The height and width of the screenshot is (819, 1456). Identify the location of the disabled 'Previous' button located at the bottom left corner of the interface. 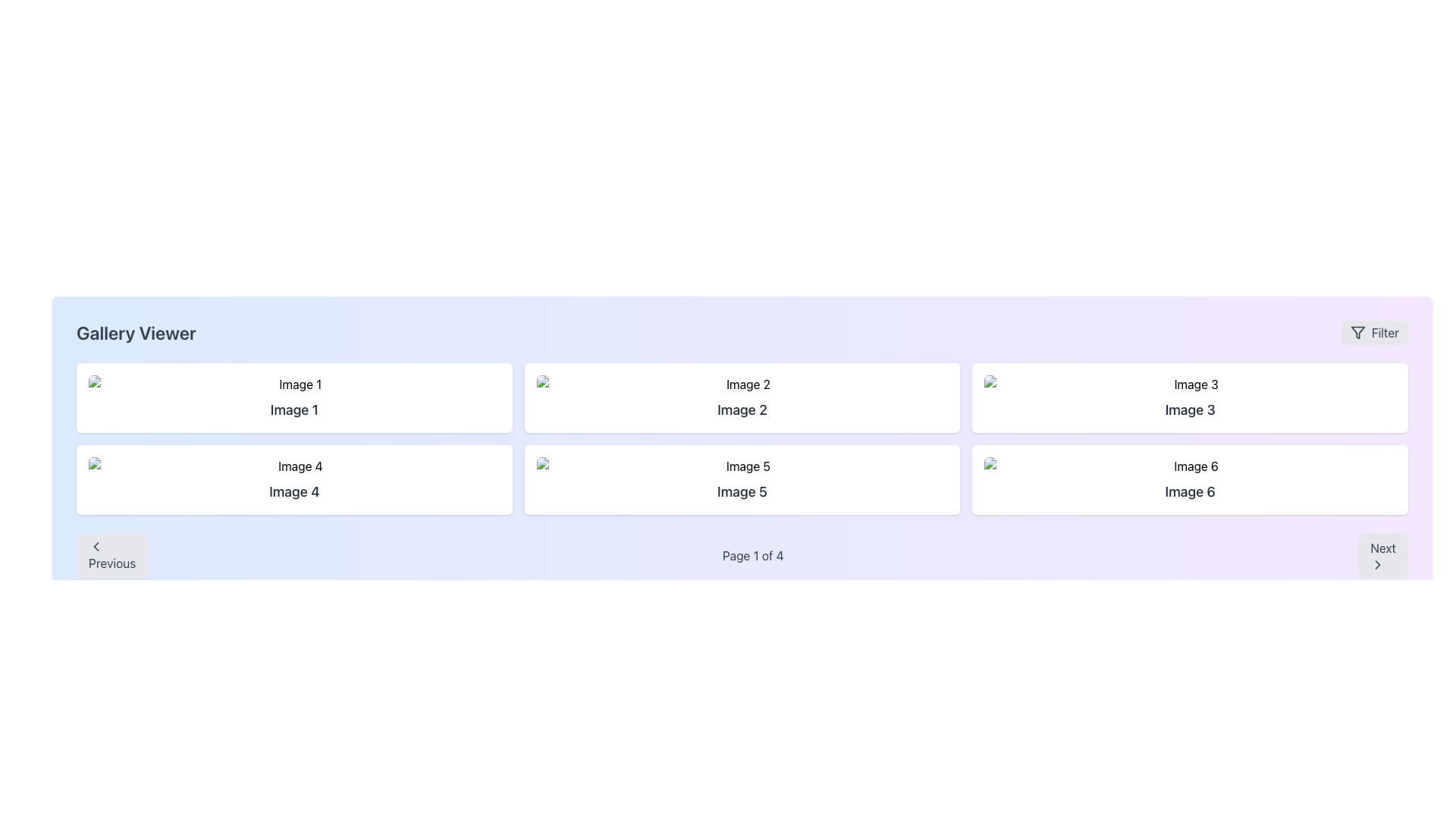
(111, 555).